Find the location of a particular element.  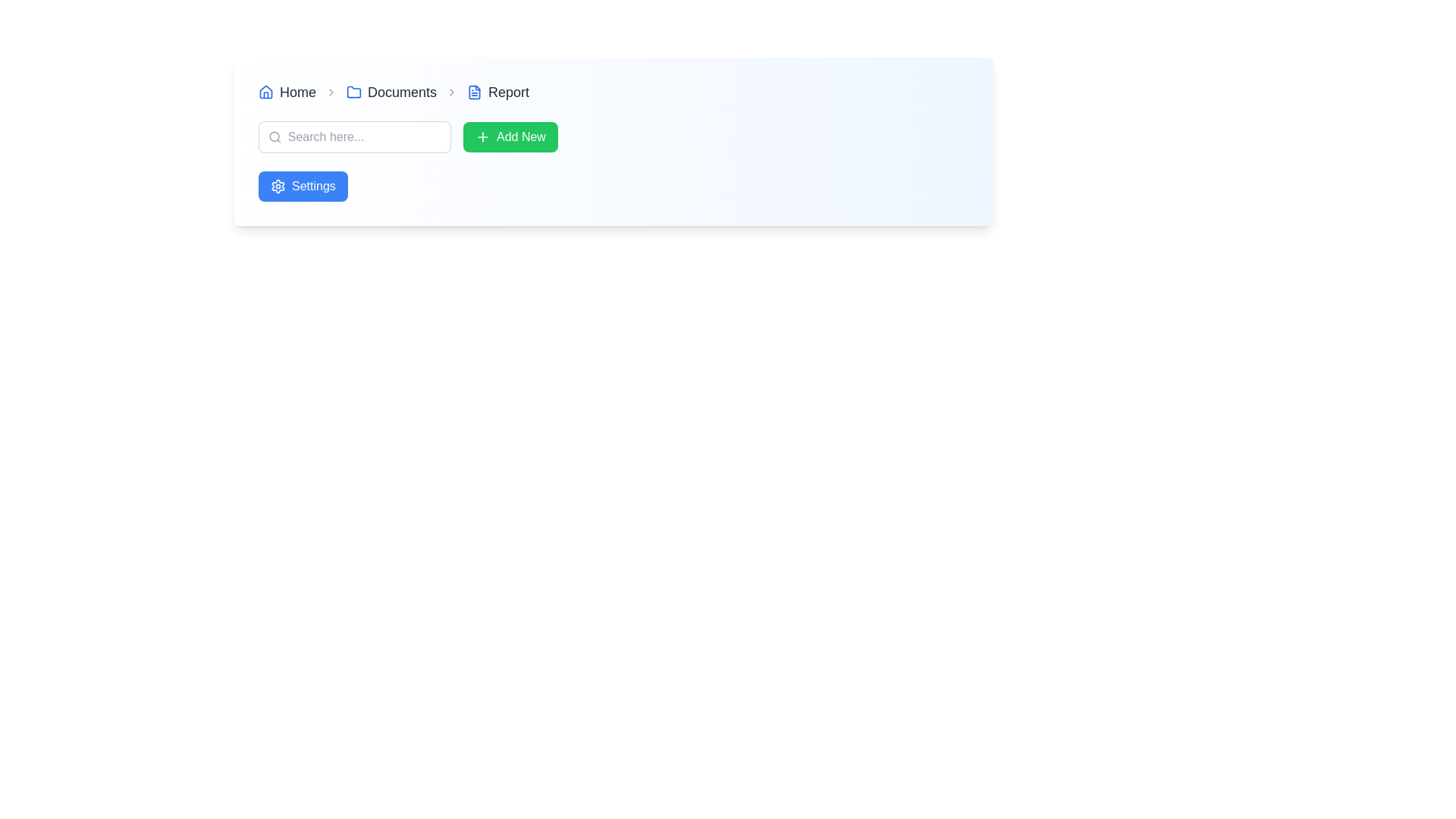

the 'Report' icon in the breadcrumb navigation bar, which visually represents the 'Report' section is located at coordinates (474, 93).